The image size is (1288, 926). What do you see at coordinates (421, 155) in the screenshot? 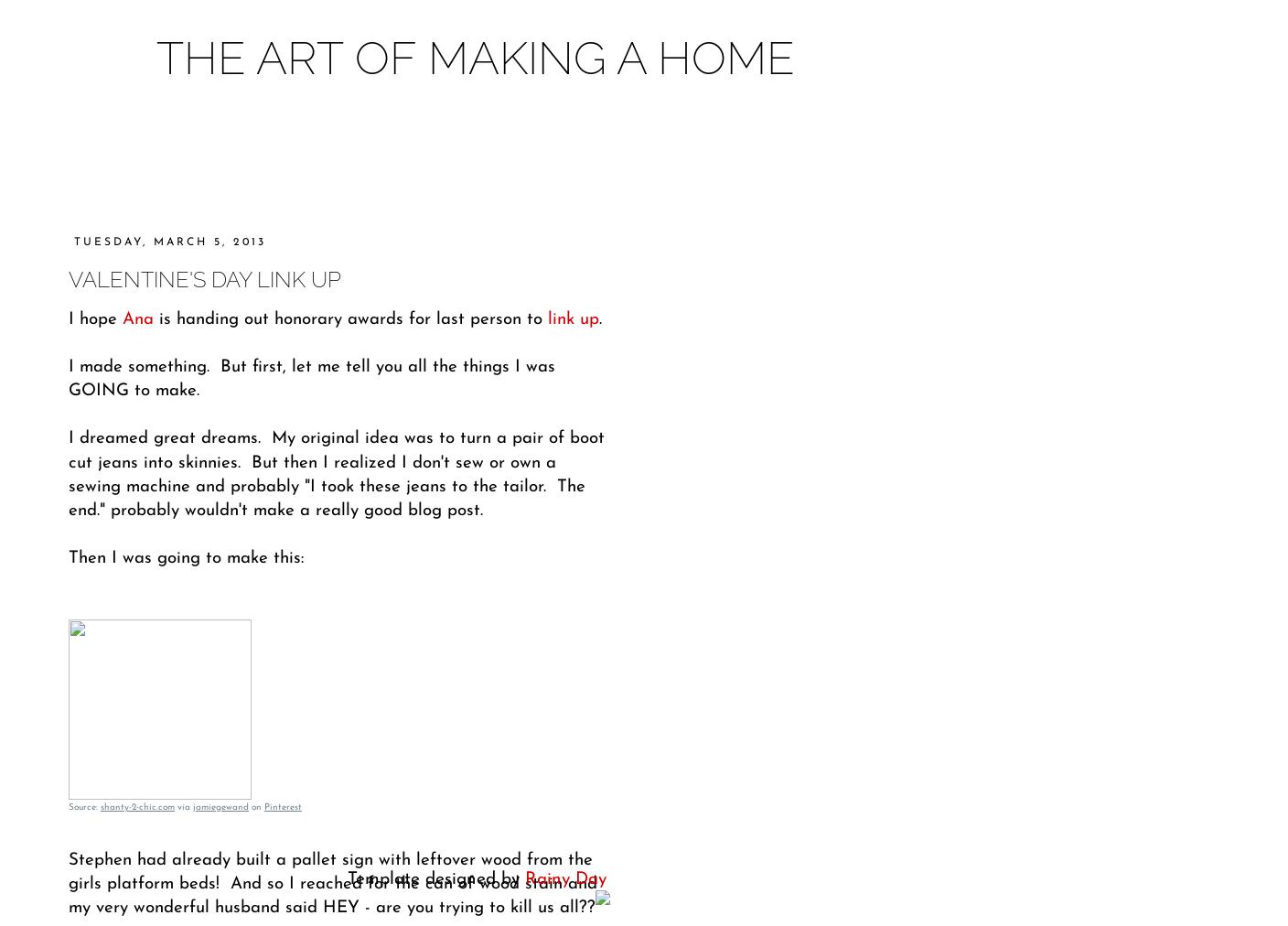
I see `'About'` at bounding box center [421, 155].